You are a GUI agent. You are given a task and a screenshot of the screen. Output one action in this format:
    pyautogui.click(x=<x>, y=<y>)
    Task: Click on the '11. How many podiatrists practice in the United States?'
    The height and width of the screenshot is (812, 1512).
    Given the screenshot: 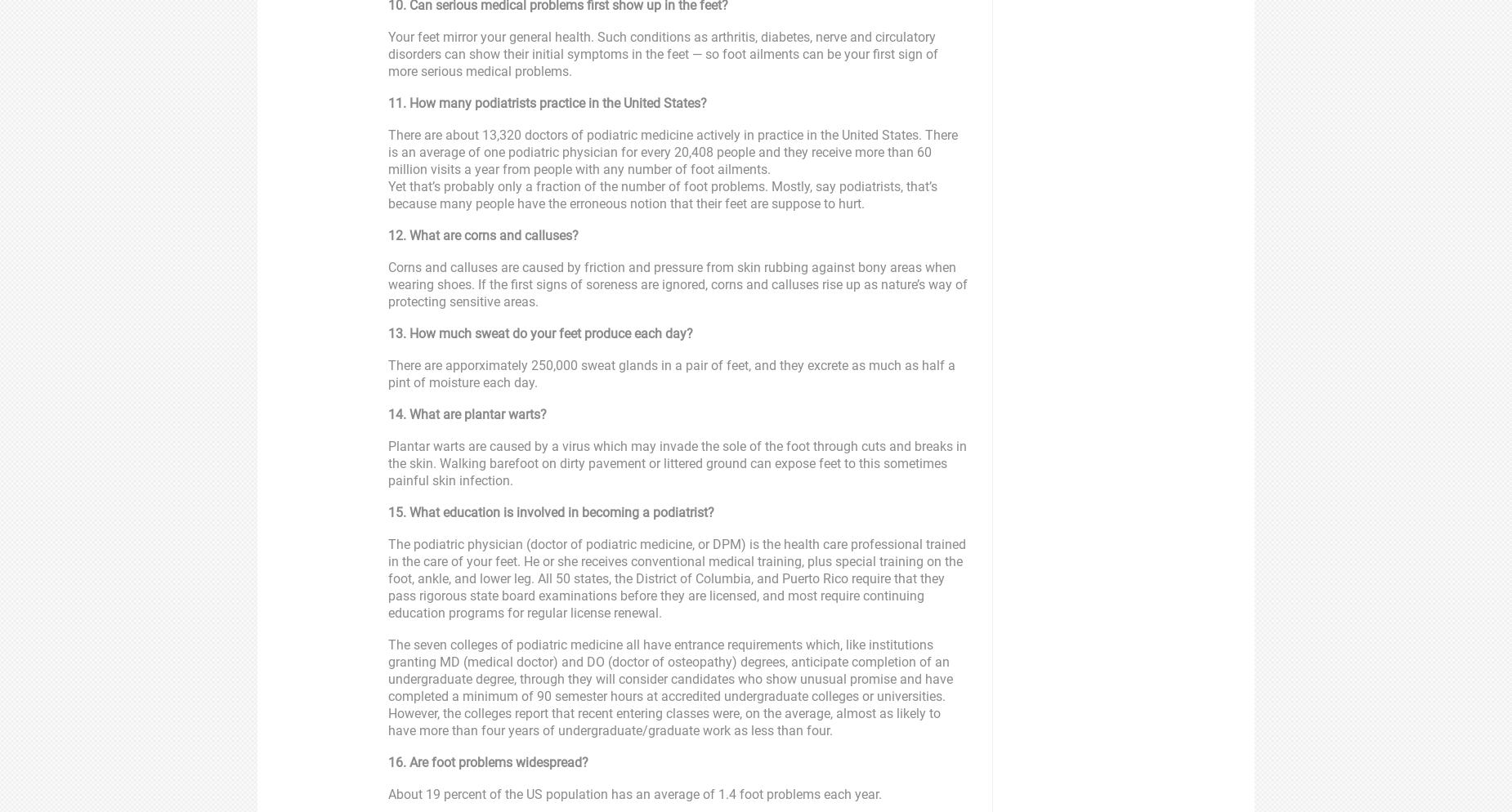 What is the action you would take?
    pyautogui.click(x=548, y=102)
    